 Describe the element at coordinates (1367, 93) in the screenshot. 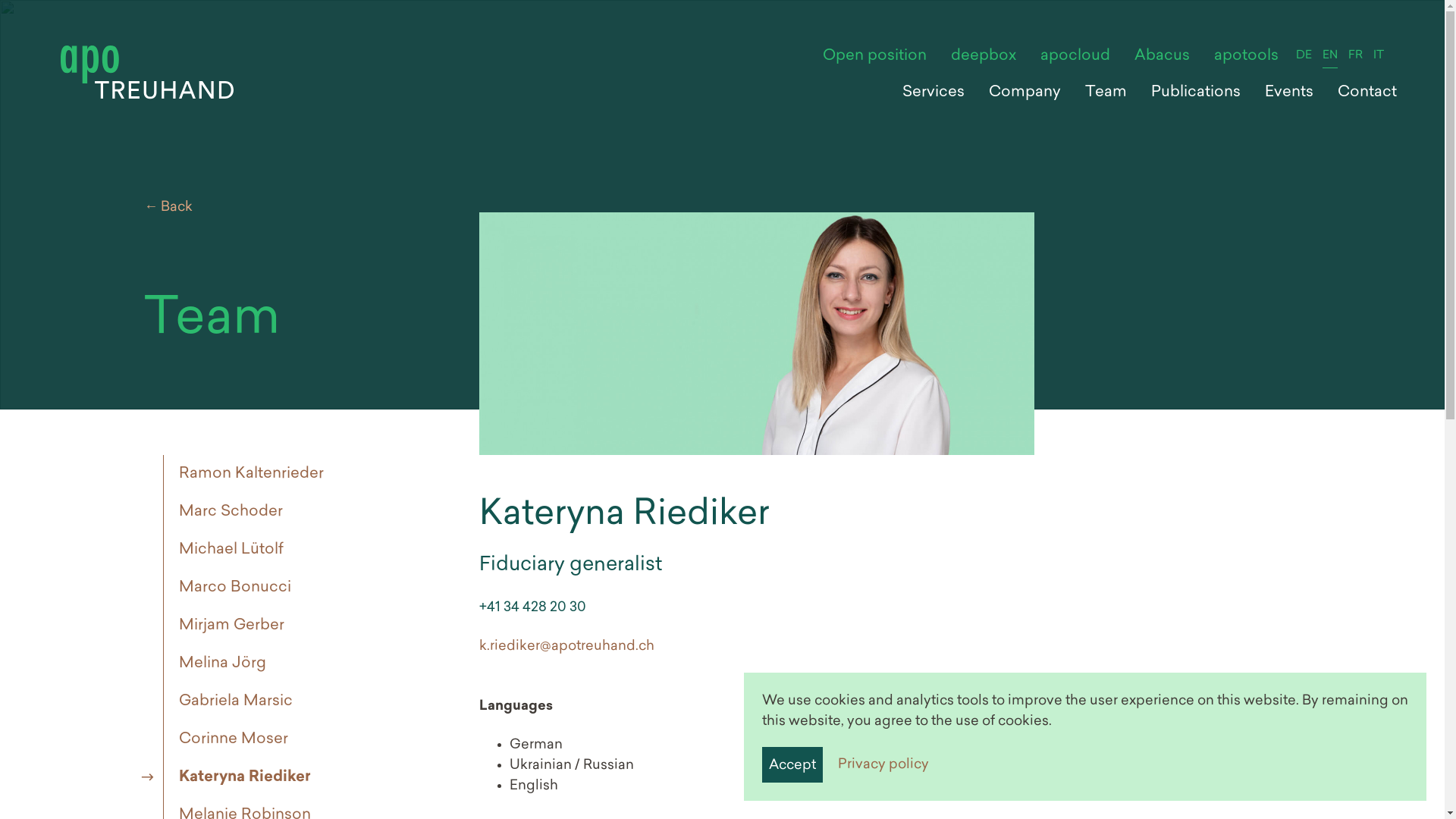

I see `'Contact'` at that location.